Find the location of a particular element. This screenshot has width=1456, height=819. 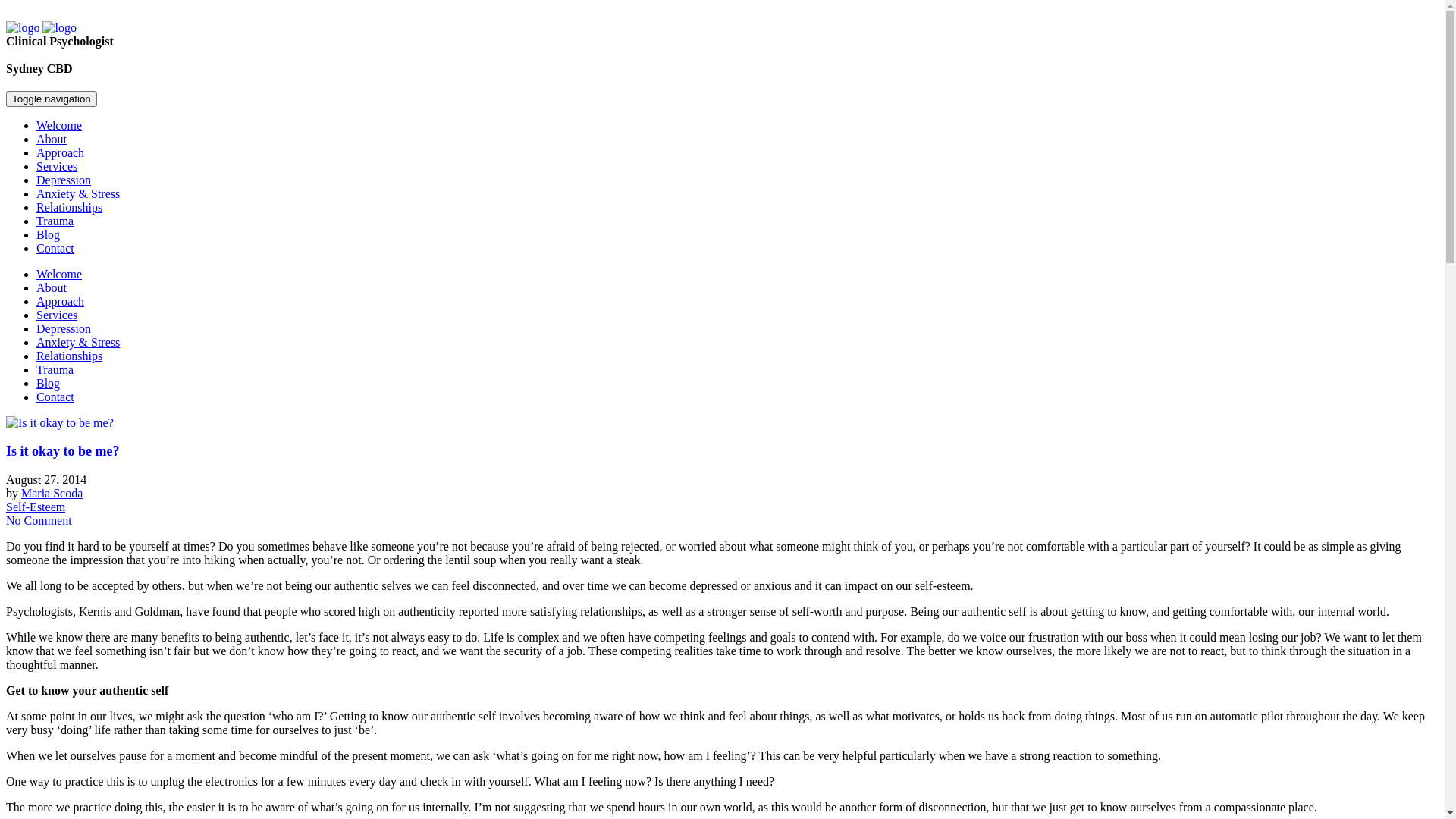

'Is it okay to be me?' is located at coordinates (6, 450).